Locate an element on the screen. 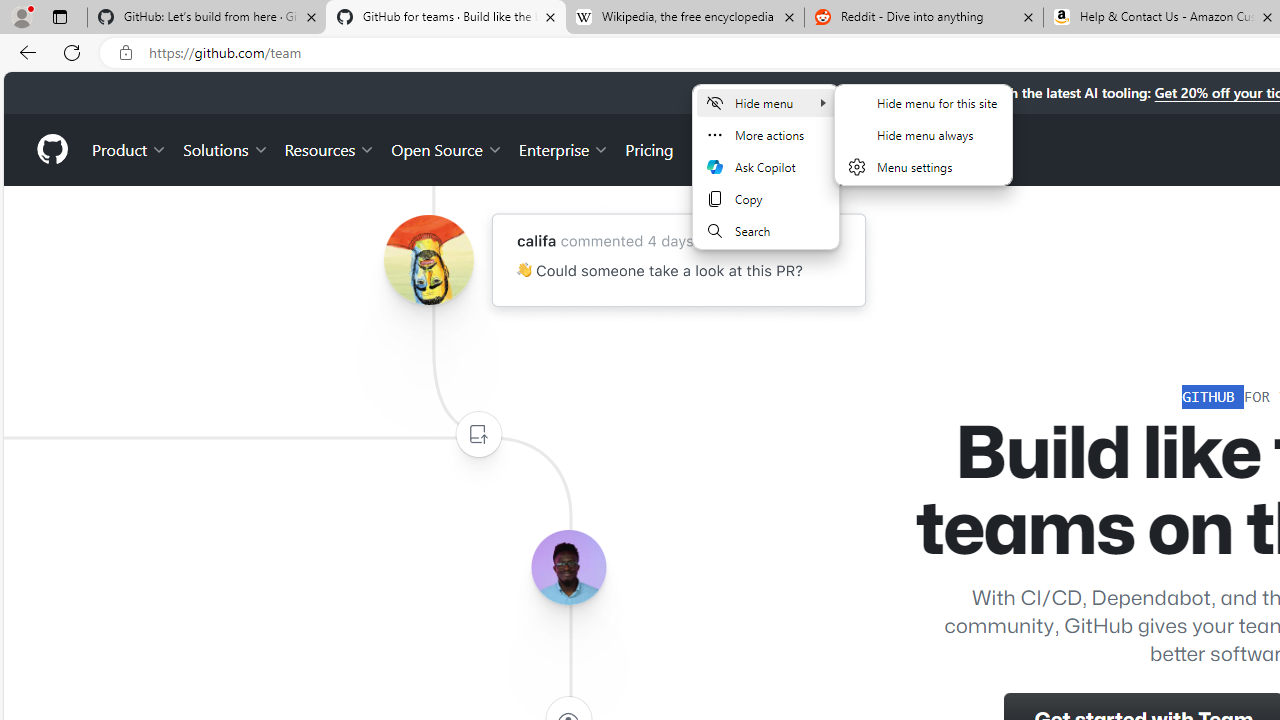  'Hide menu always' is located at coordinates (922, 135).